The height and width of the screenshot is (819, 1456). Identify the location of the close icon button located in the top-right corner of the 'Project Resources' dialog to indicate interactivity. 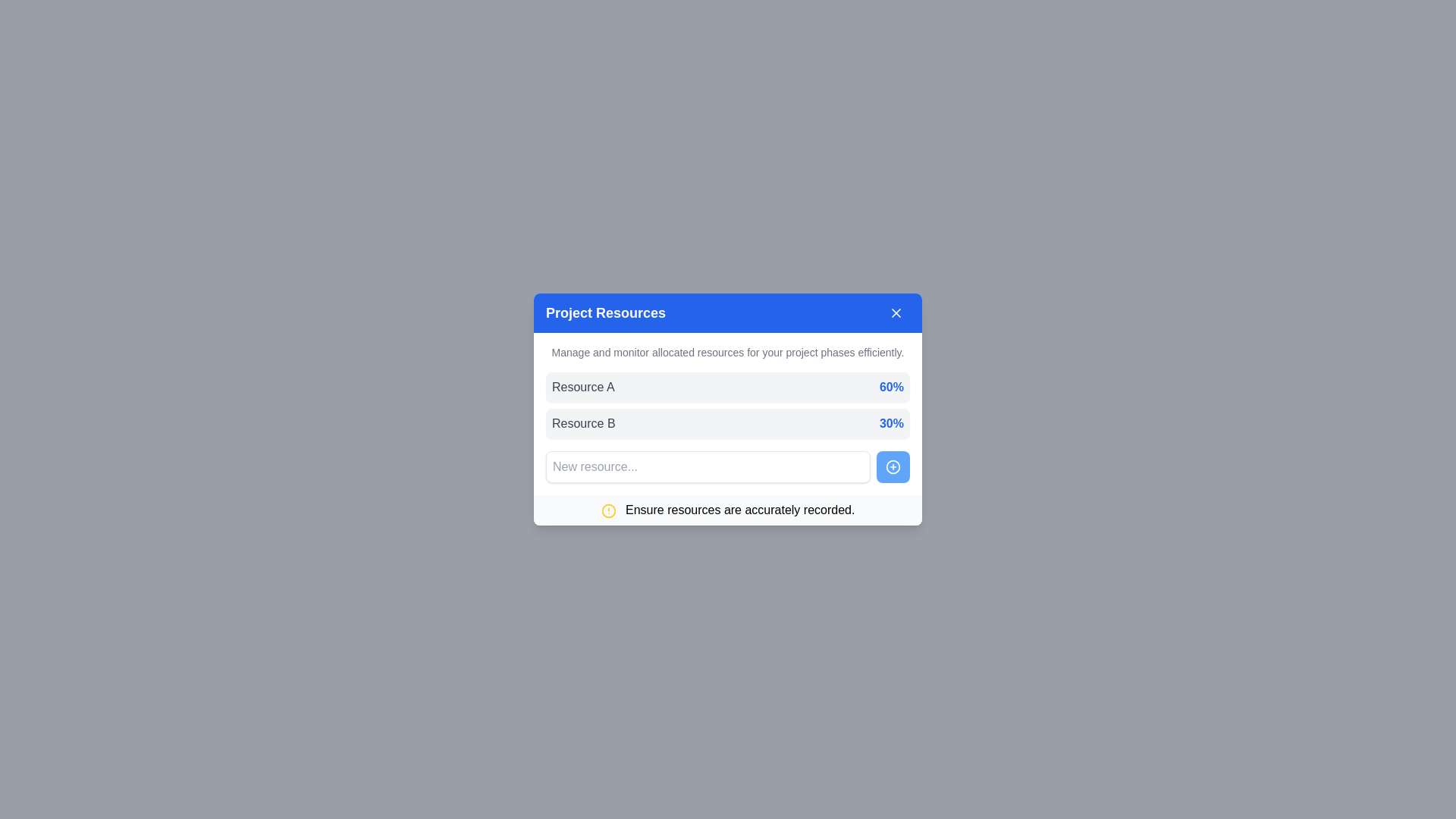
(896, 312).